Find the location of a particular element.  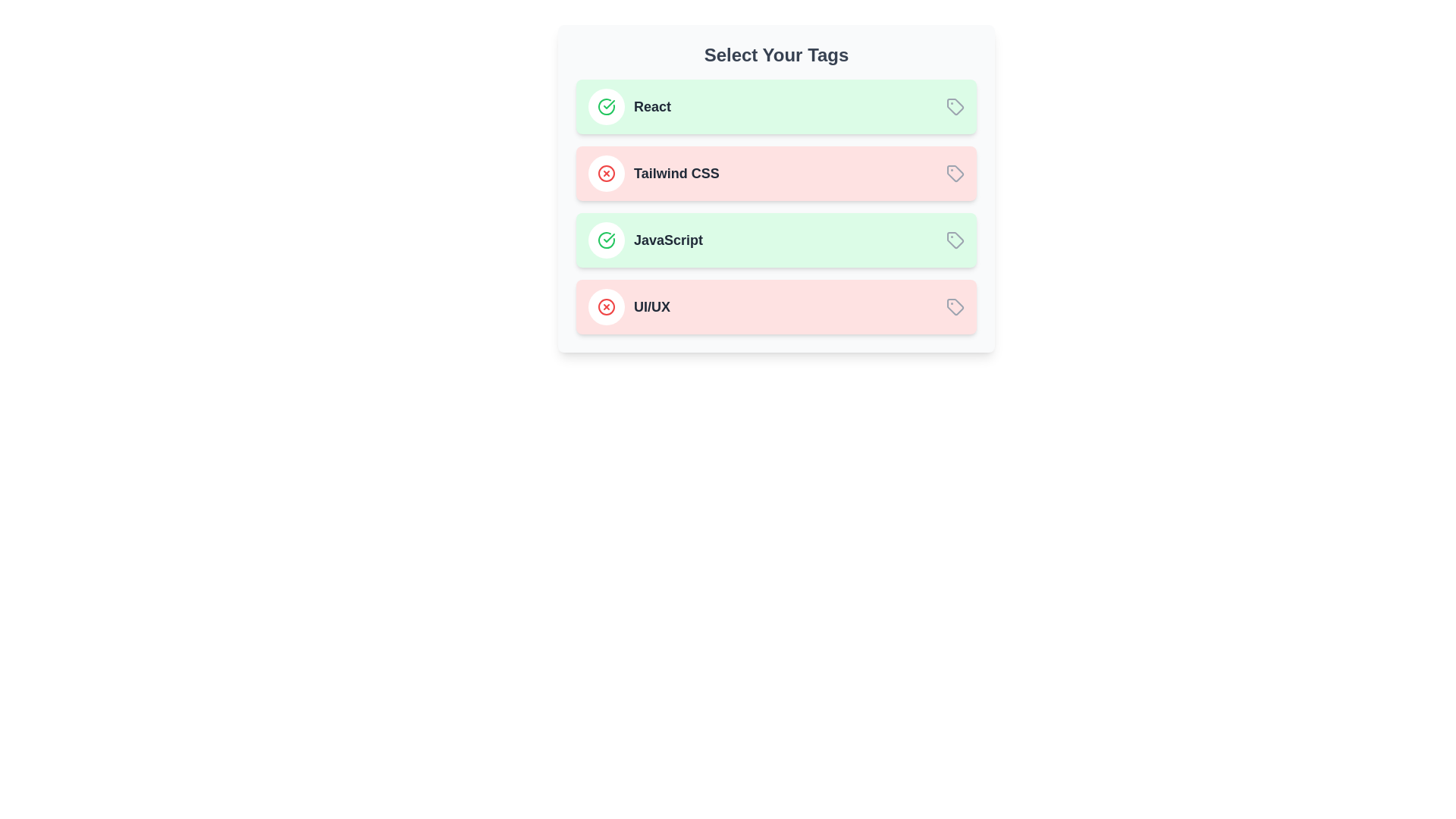

the decorative SVG Circle that is part of the unselected X icon next to the 'Tailwind CSS' option in the second row of the tag list is located at coordinates (607, 172).